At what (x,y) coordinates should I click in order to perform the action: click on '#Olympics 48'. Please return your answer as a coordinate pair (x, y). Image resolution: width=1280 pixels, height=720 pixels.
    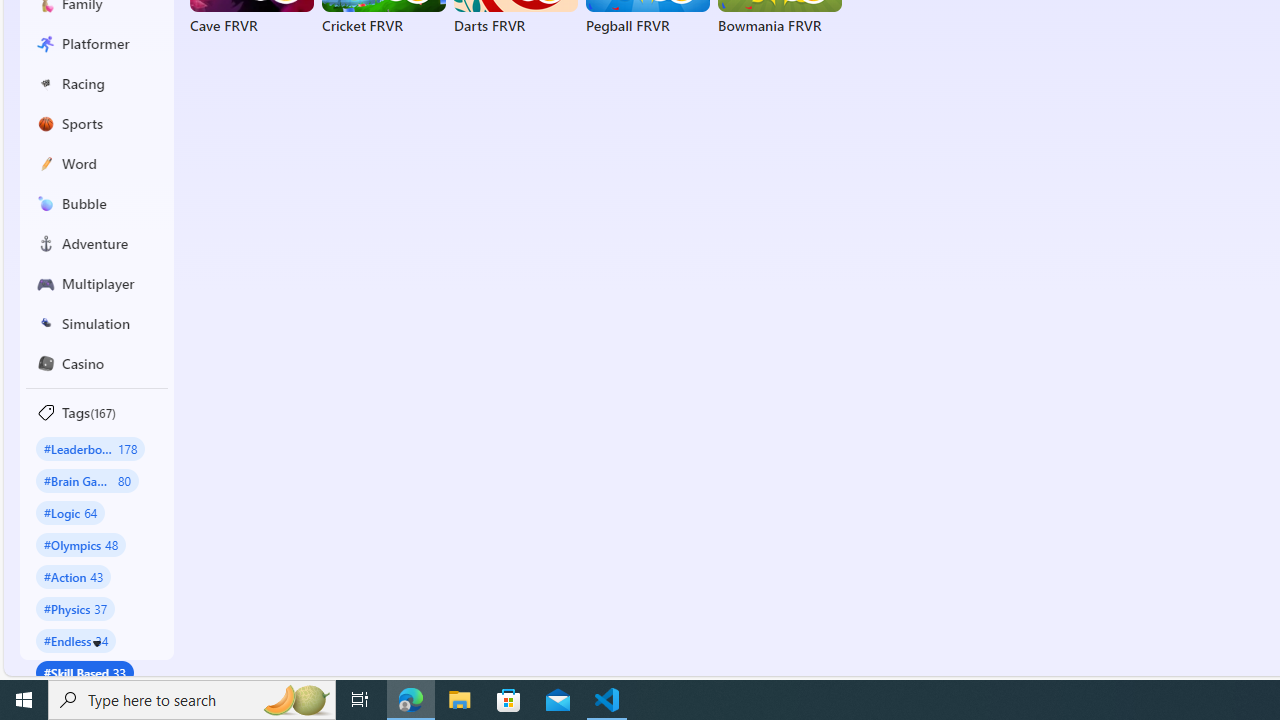
    Looking at the image, I should click on (80, 544).